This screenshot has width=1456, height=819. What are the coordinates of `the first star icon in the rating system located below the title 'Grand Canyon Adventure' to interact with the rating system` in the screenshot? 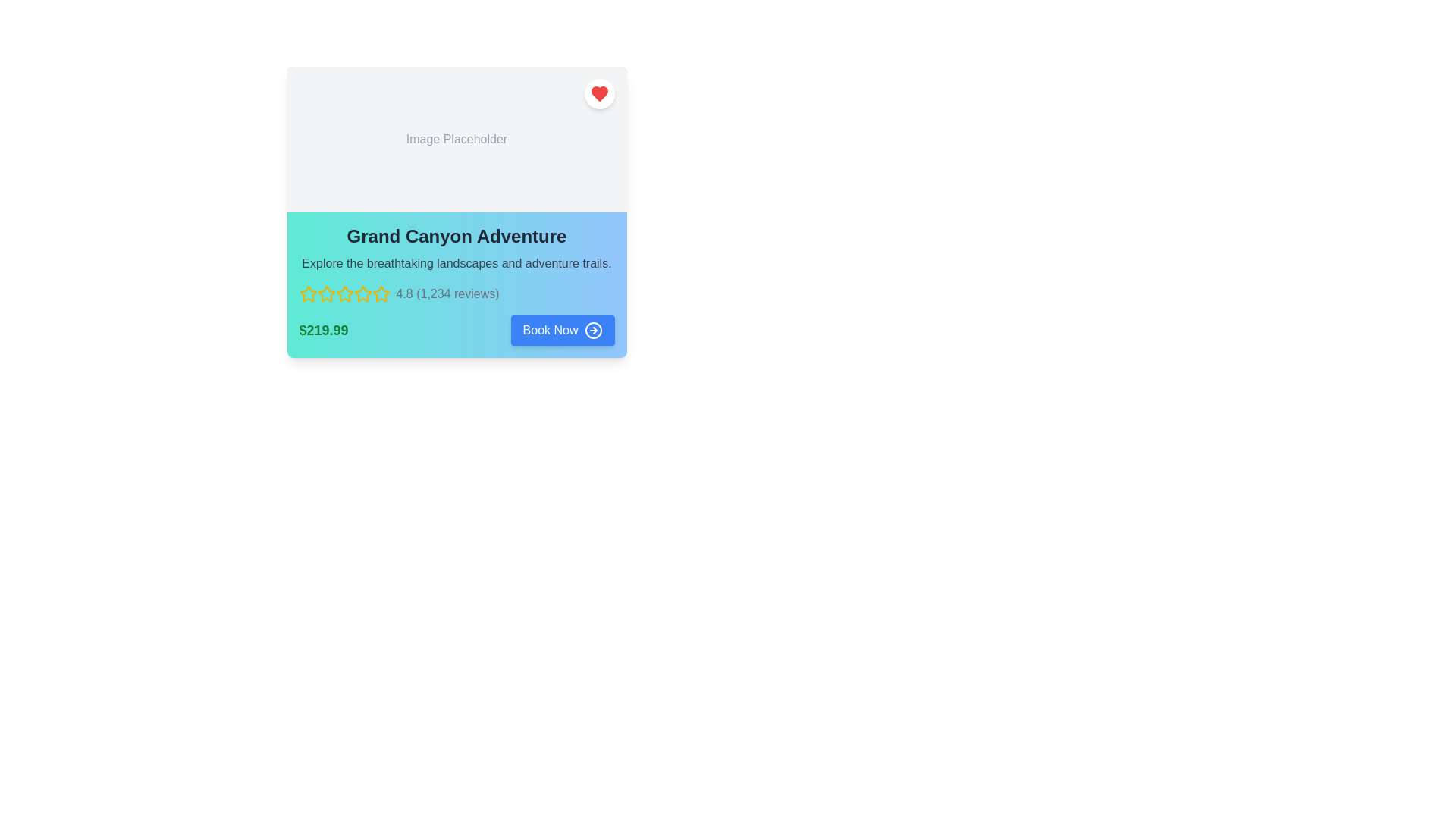 It's located at (307, 293).